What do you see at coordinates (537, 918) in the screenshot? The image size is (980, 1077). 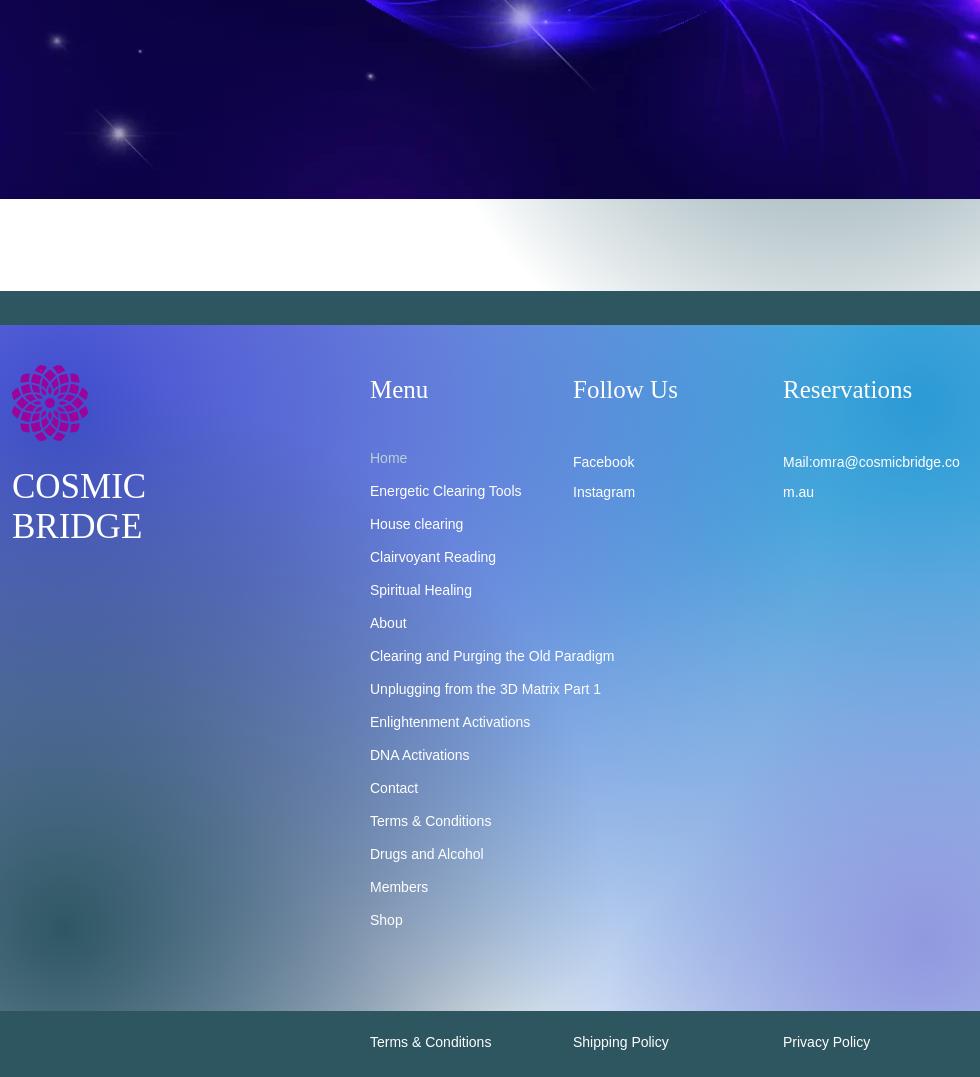 I see `'DNA Activations Level 6'` at bounding box center [537, 918].